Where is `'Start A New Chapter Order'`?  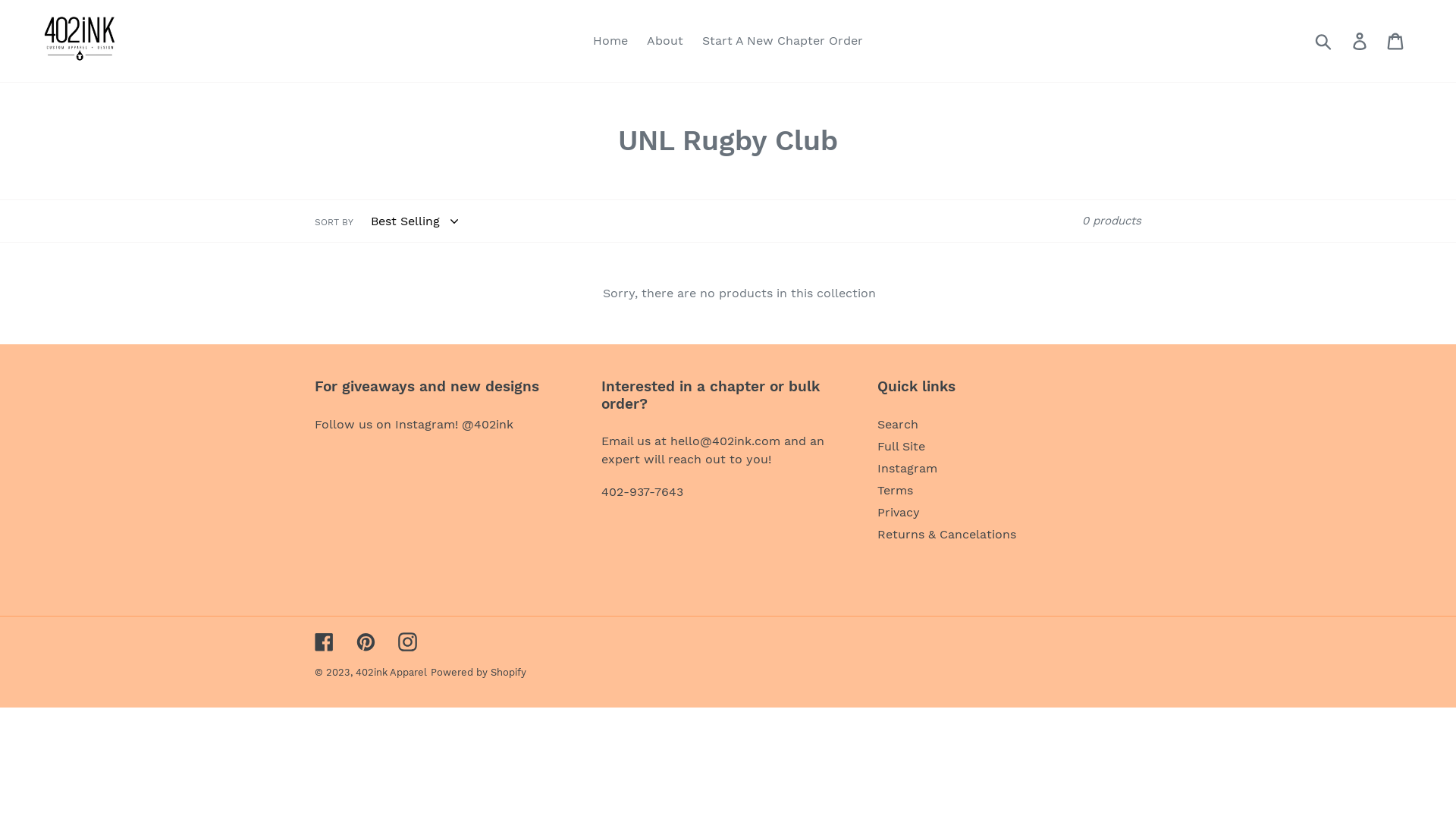
'Start A New Chapter Order' is located at coordinates (783, 40).